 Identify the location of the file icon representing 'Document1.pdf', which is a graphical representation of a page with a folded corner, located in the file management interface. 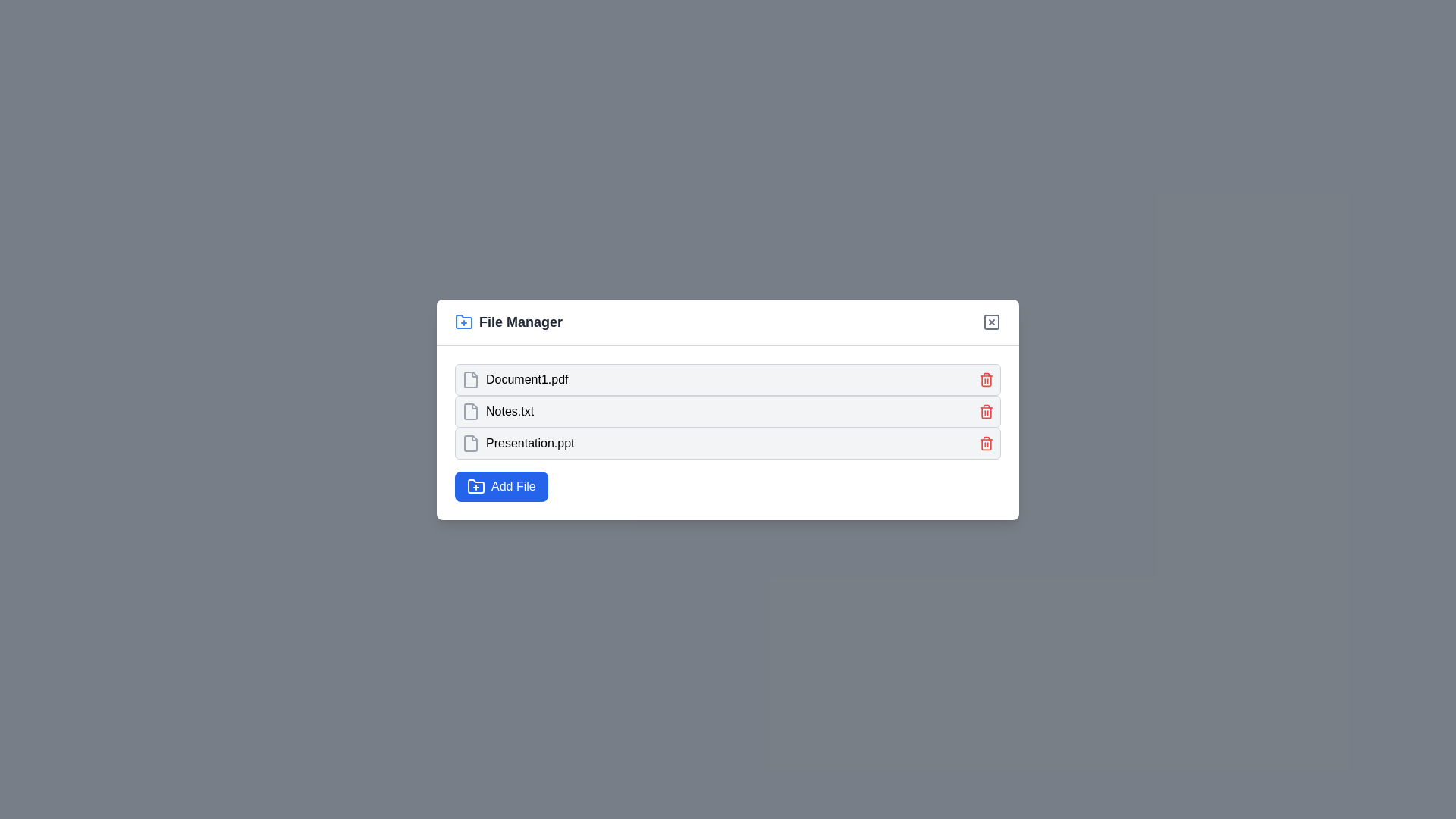
(469, 378).